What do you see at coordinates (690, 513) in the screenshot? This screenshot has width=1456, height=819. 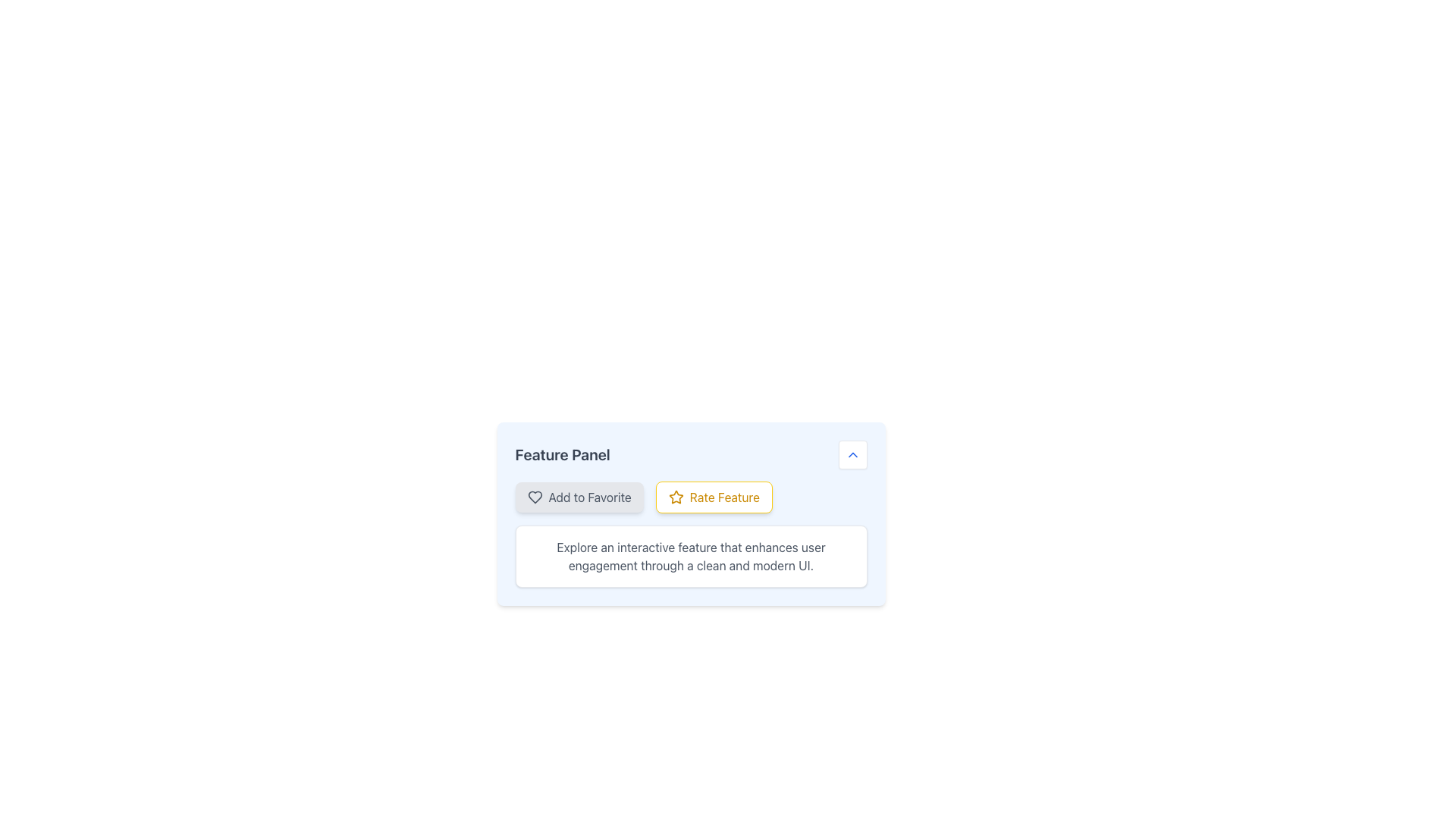 I see `descriptive text located at the bottom of the blue background panel that serves as an informative and interactive widget` at bounding box center [690, 513].